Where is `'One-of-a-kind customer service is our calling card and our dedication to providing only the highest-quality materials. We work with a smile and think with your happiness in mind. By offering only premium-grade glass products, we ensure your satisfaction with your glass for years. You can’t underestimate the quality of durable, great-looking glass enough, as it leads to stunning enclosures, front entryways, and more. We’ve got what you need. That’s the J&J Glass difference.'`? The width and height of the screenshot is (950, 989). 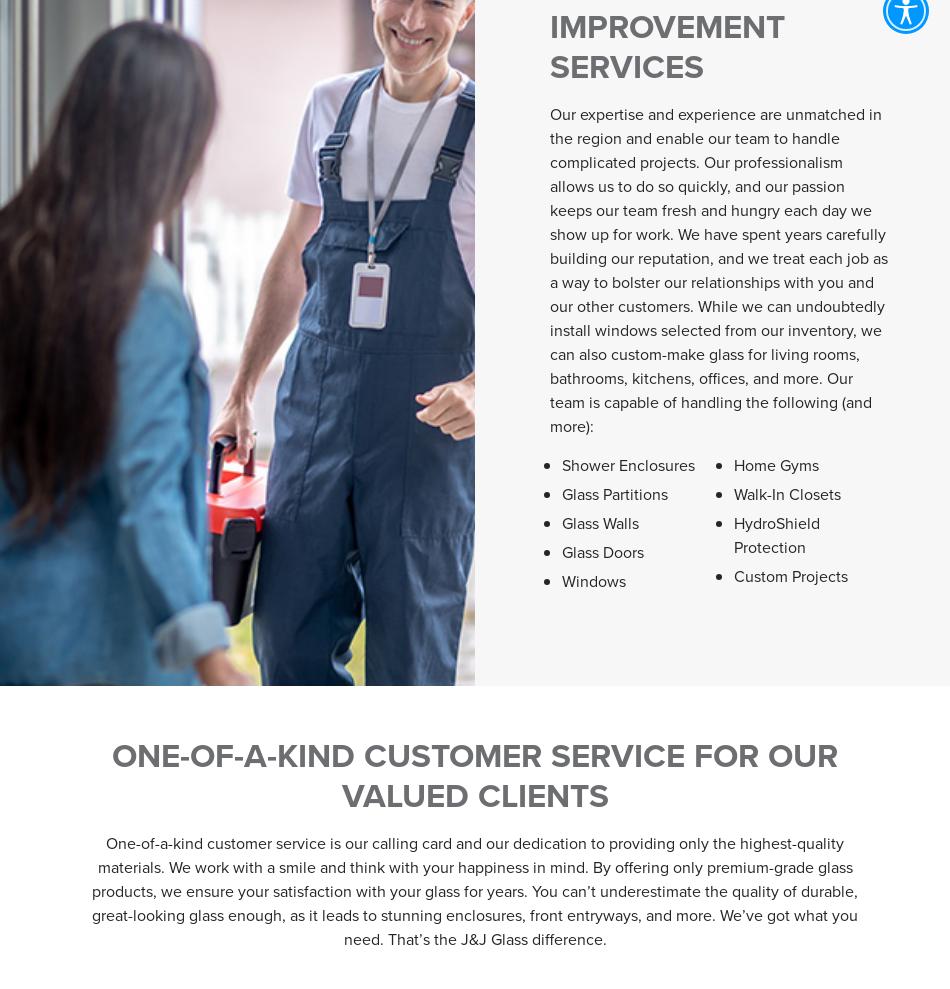
'One-of-a-kind customer service is our calling card and our dedication to providing only the highest-quality materials. We work with a smile and think with your happiness in mind. By offering only premium-grade glass products, we ensure your satisfaction with your glass for years. You can’t underestimate the quality of durable, great-looking glass enough, as it leads to stunning enclosures, front entryways, and more. We’ve got what you need. That’s the J&J Glass difference.' is located at coordinates (91, 890).